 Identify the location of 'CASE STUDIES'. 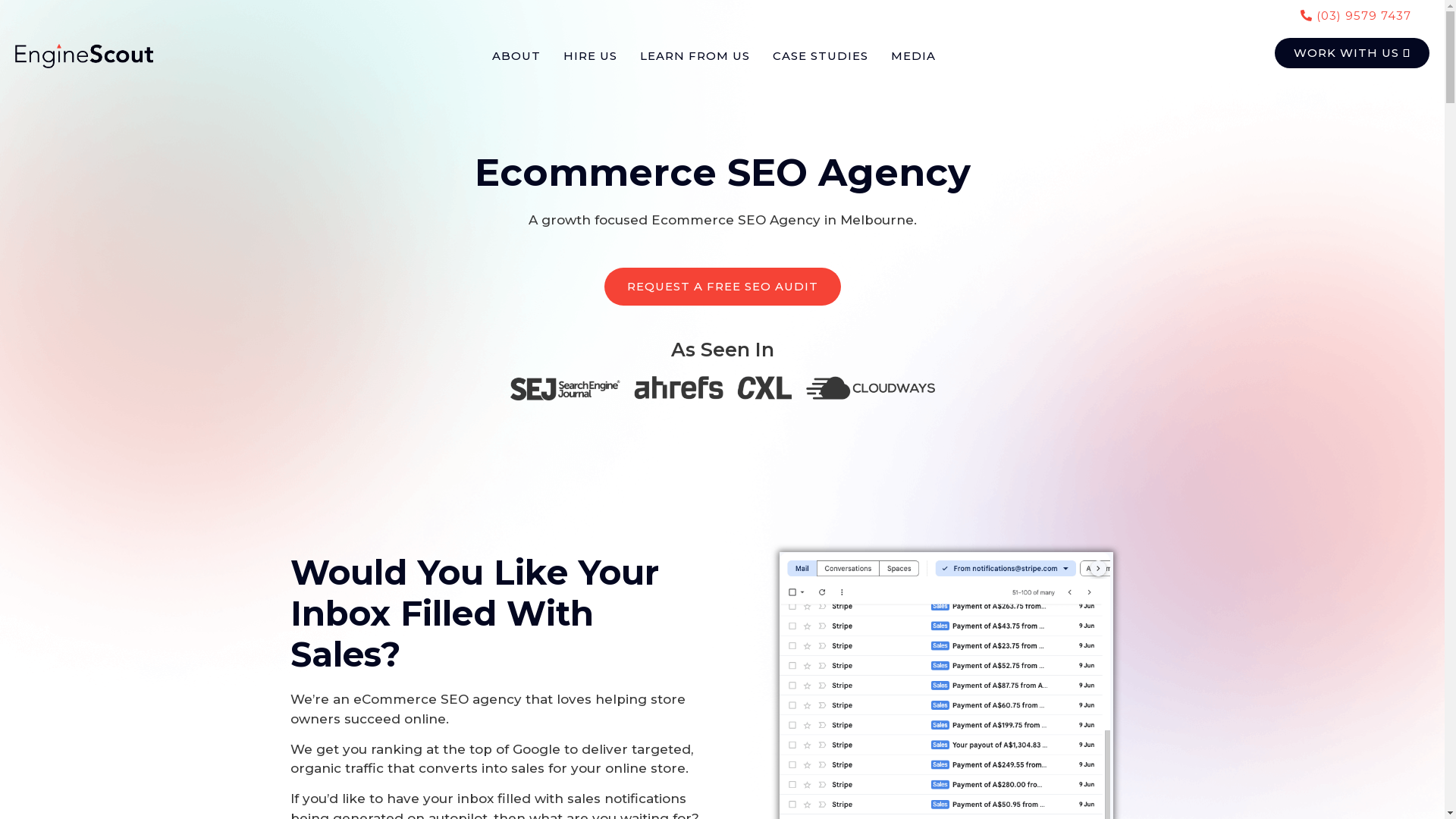
(819, 55).